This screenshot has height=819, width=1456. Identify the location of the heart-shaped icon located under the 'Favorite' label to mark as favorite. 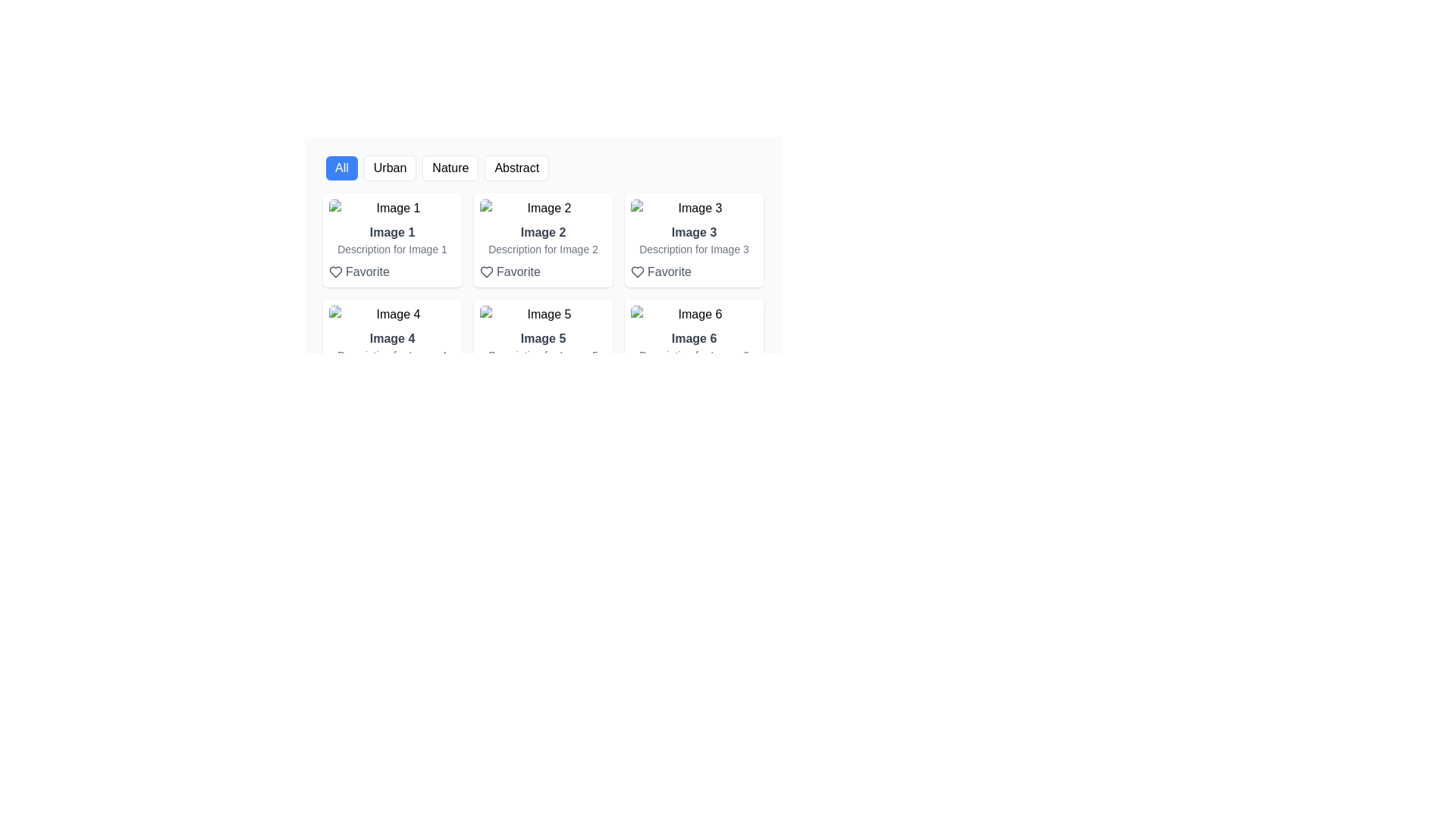
(487, 271).